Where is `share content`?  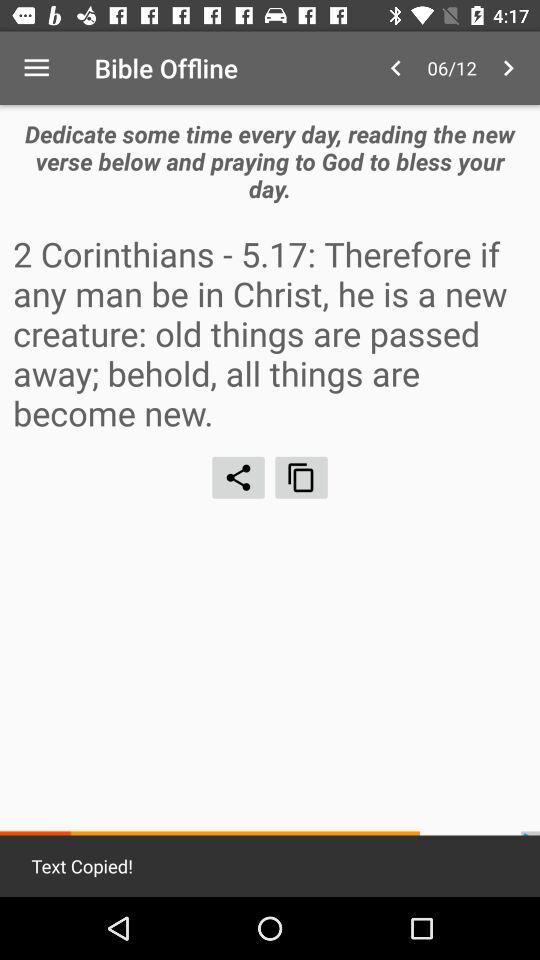 share content is located at coordinates (238, 477).